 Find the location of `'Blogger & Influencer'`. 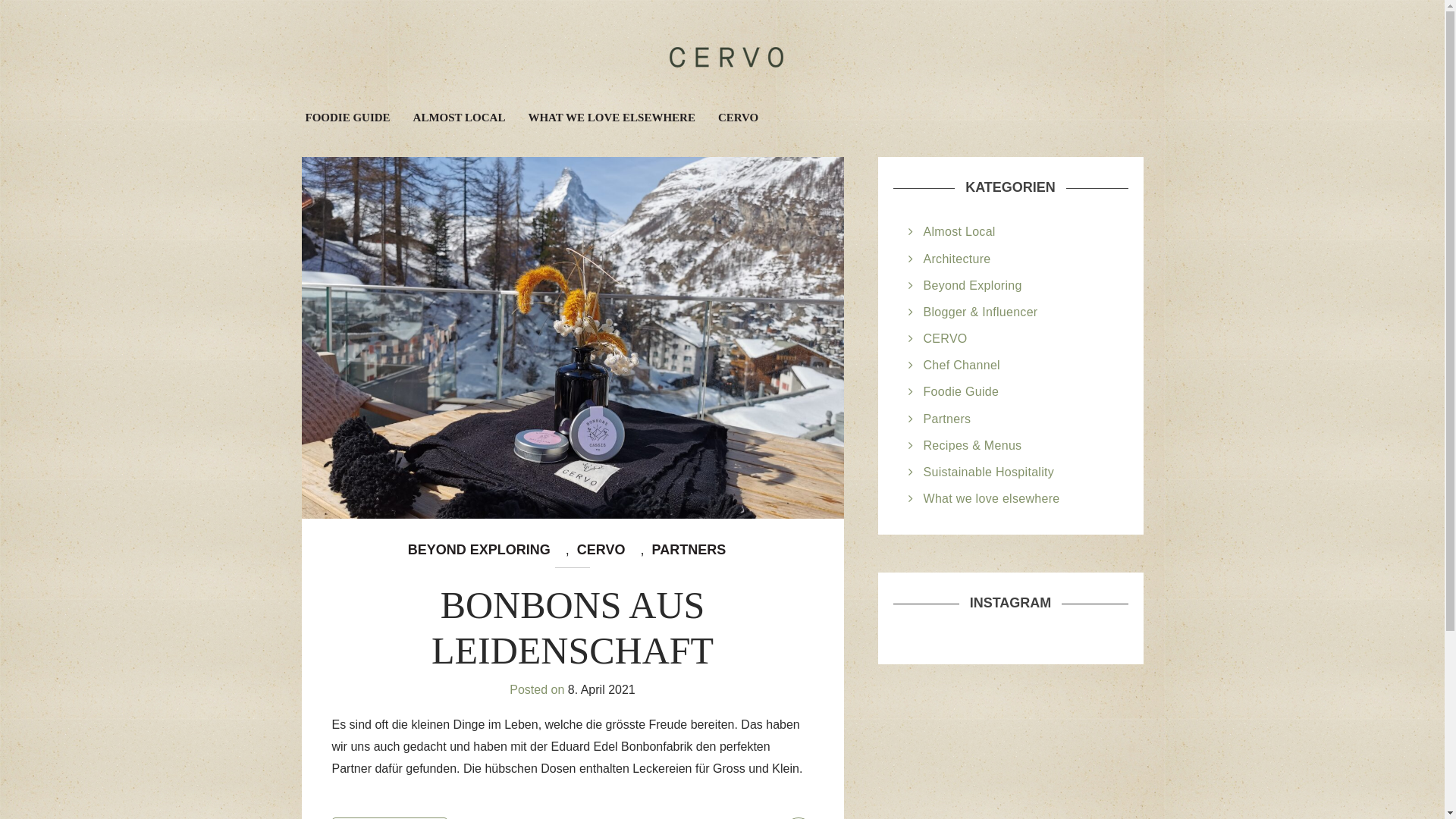

'Blogger & Influencer' is located at coordinates (981, 311).